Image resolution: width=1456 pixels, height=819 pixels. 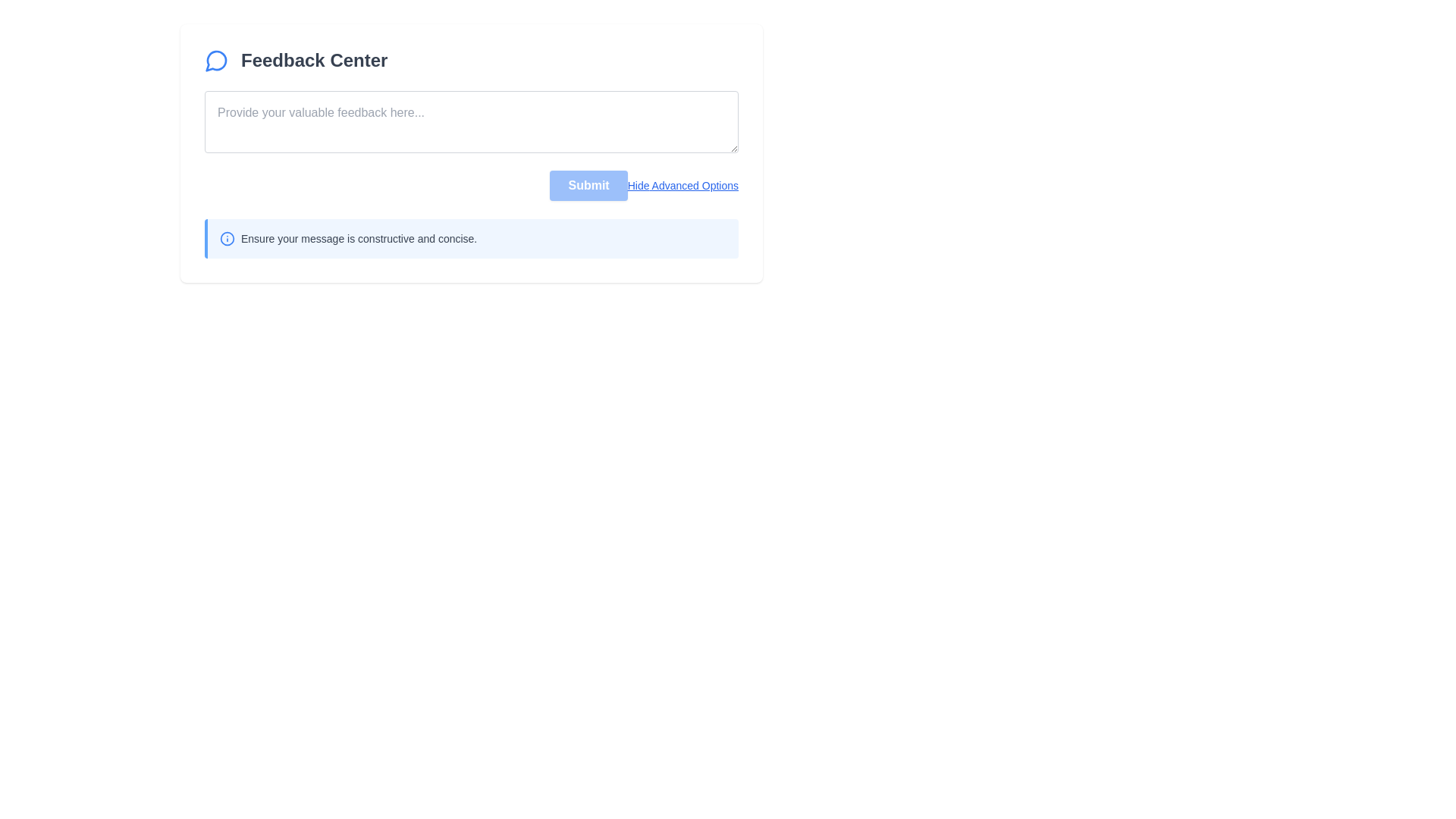 I want to click on the link that toggles the visibility of advanced options, located to the right of the 'Submit' button in the bottom-right corner of the Feedback Center form, so click(x=682, y=185).